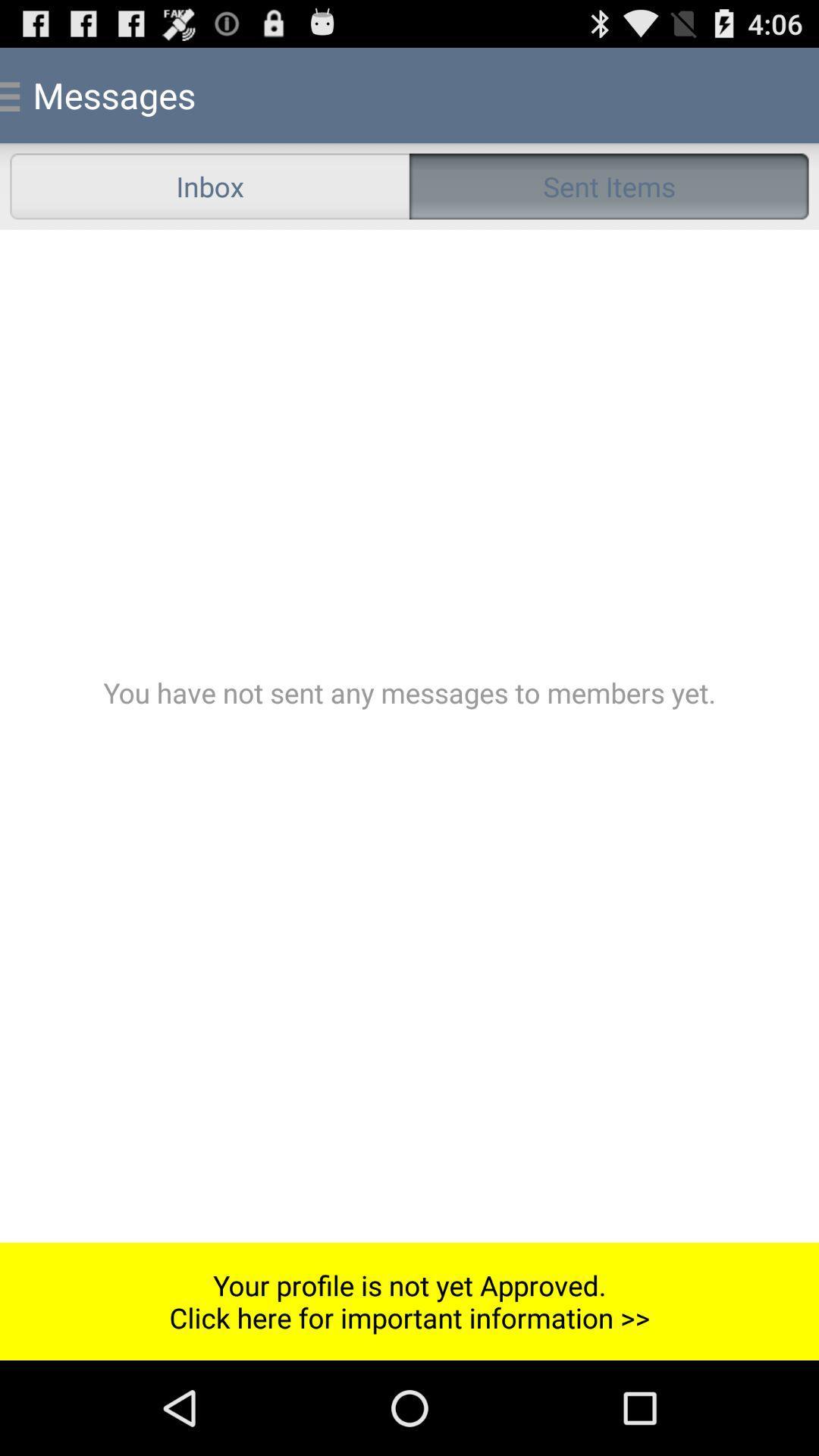 This screenshot has width=819, height=1456. What do you see at coordinates (608, 185) in the screenshot?
I see `the item to the right of inbox` at bounding box center [608, 185].